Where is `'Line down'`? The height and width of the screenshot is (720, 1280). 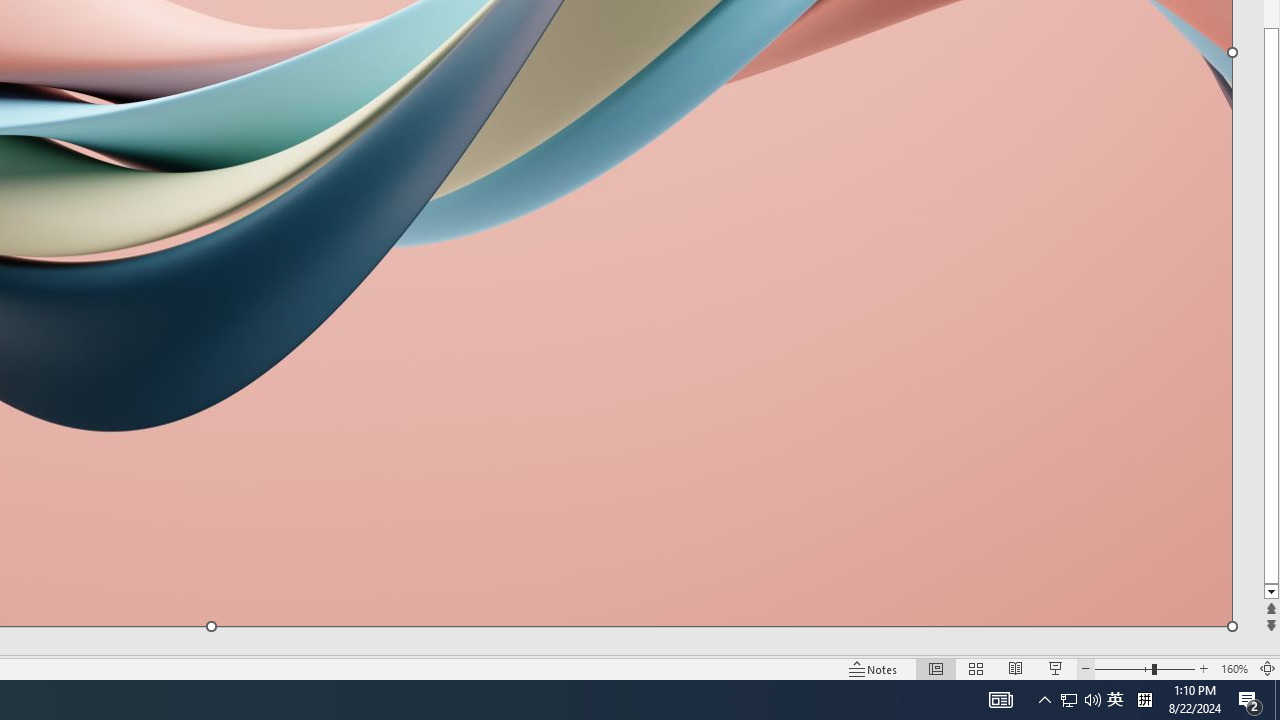
'Line down' is located at coordinates (1270, 591).